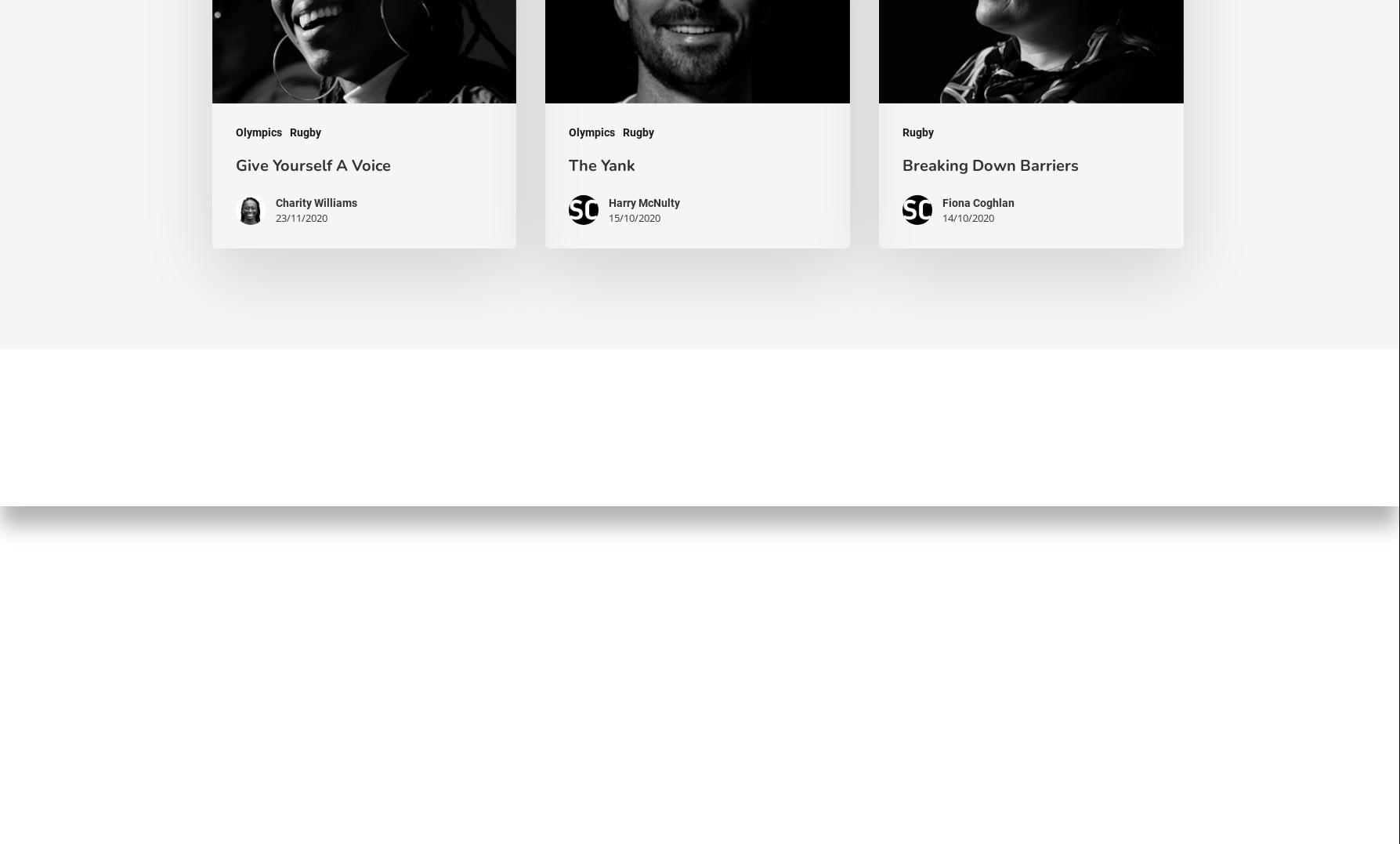 Image resolution: width=1400 pixels, height=844 pixels. Describe the element at coordinates (313, 165) in the screenshot. I see `'Give Yourself A Voice'` at that location.